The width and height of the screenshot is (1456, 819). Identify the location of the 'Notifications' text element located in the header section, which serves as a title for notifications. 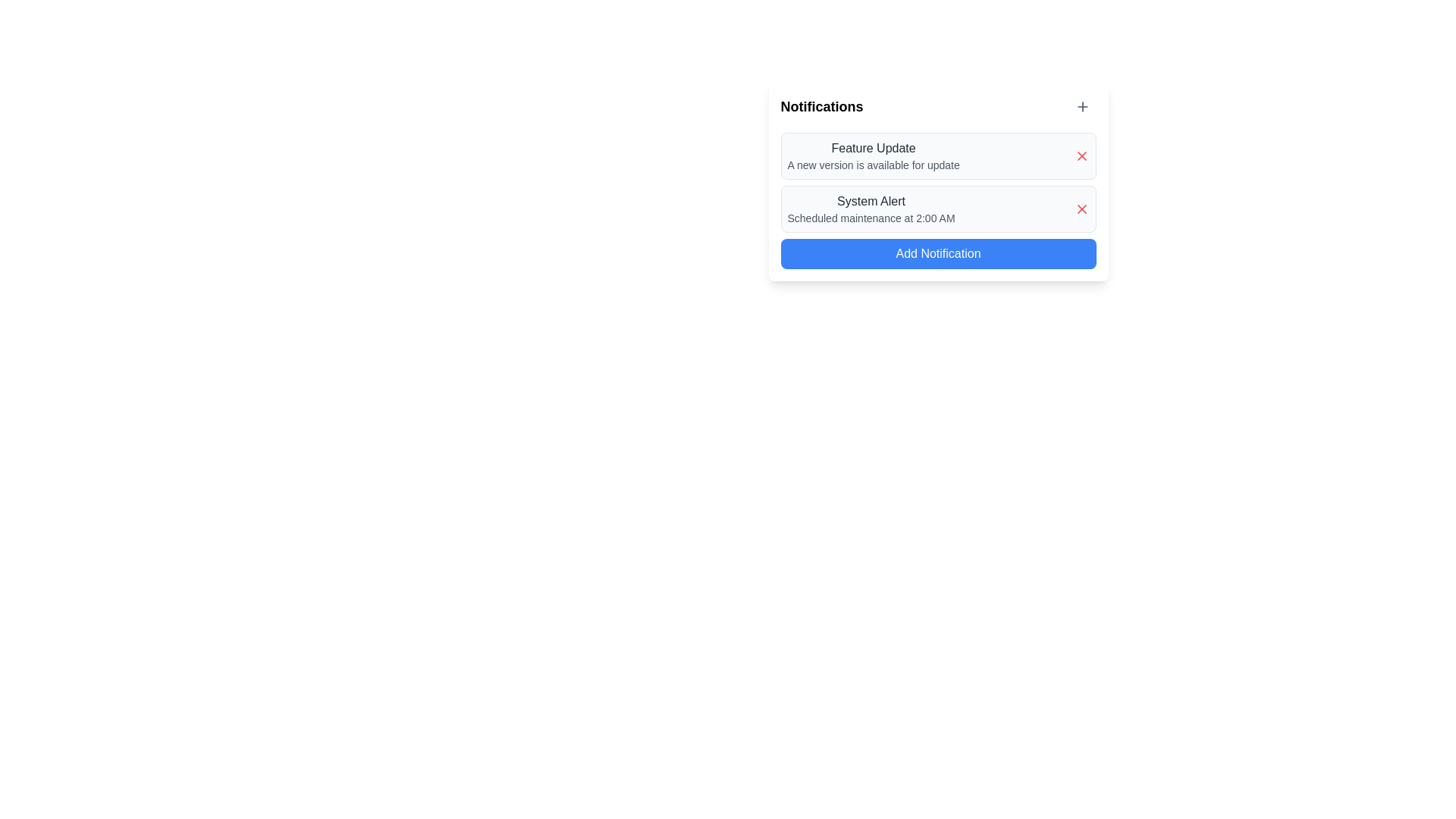
(821, 106).